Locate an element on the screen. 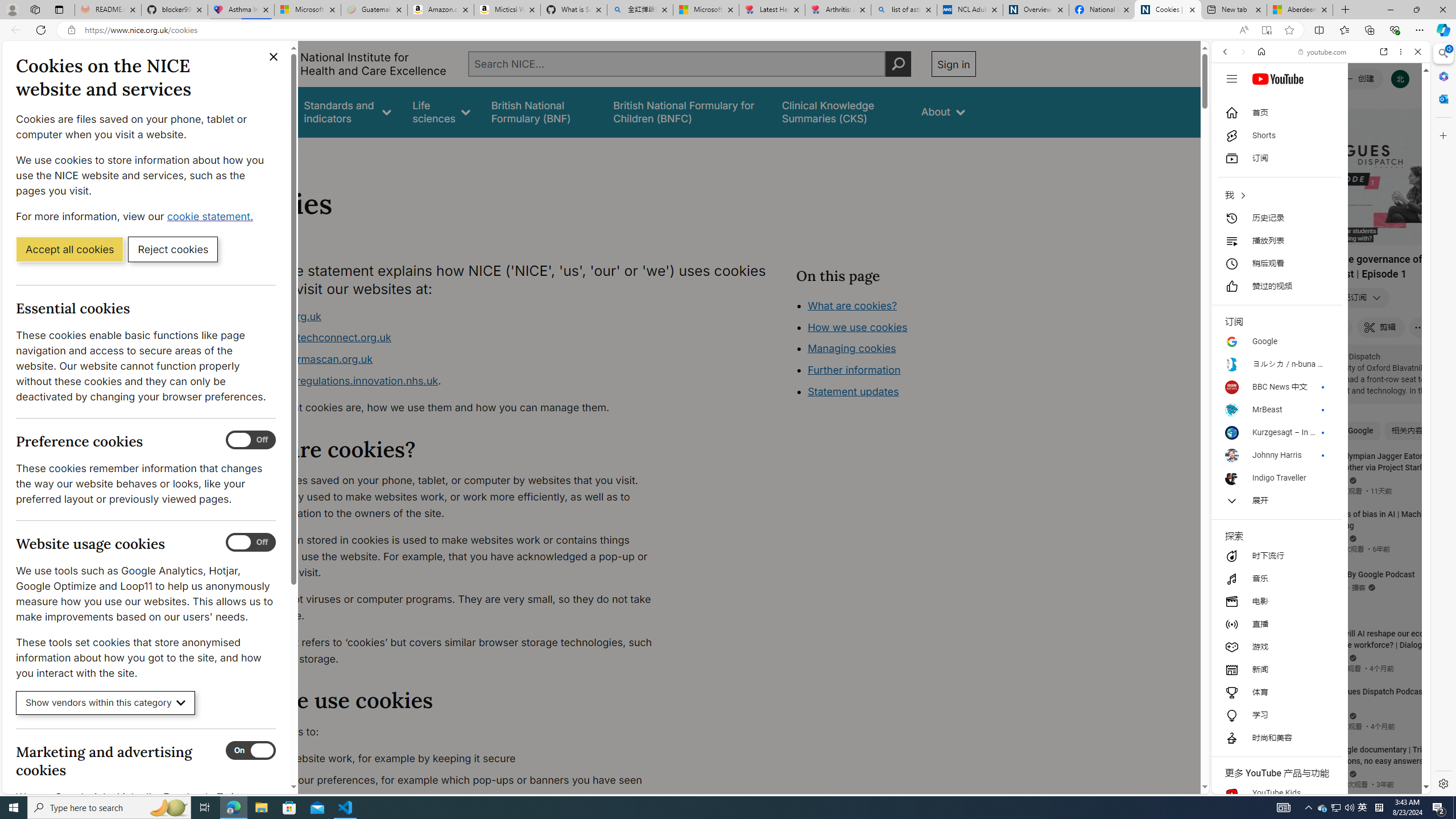  'Guidance' is located at coordinates (260, 111).